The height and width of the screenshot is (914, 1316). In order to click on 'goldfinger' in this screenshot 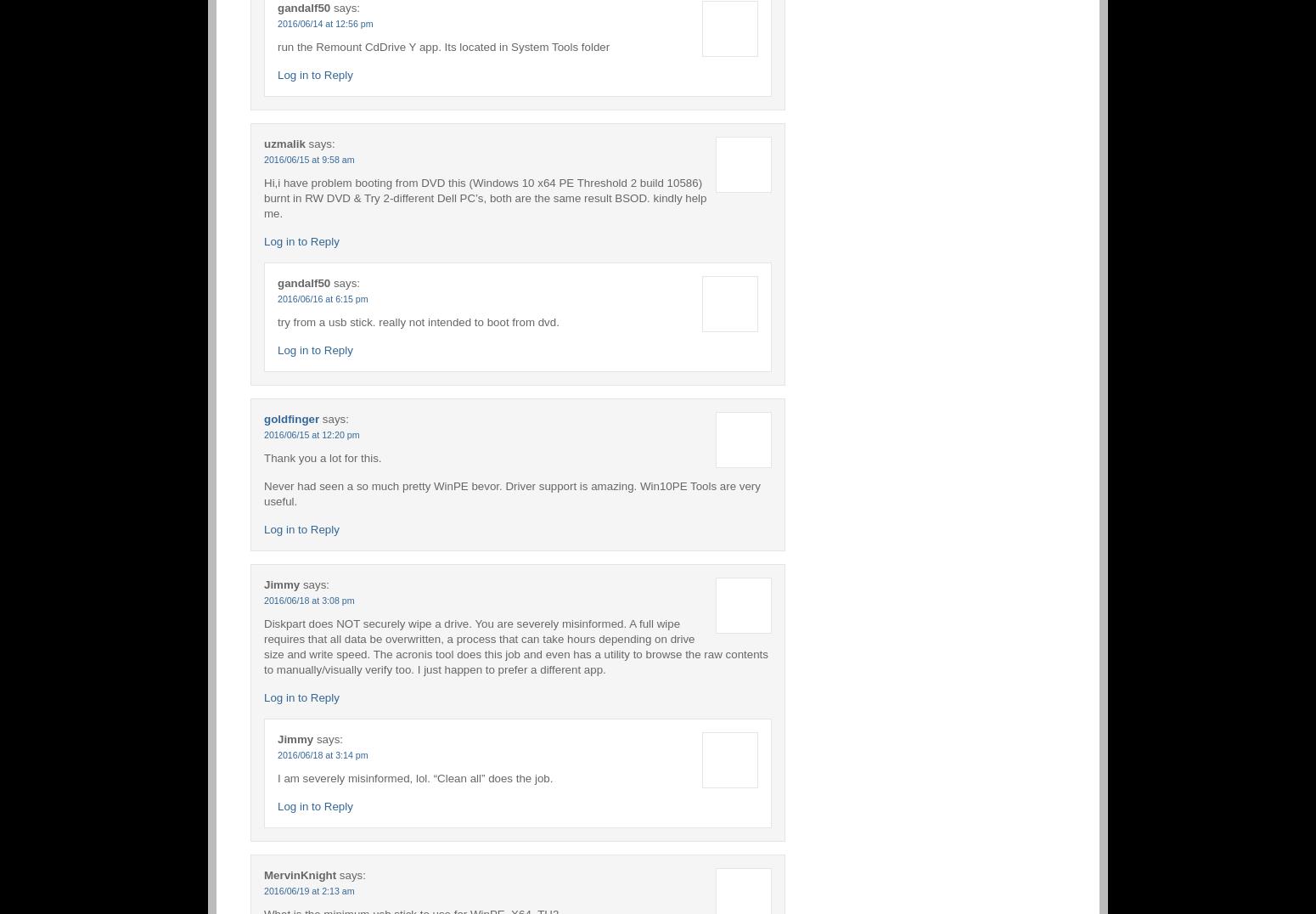, I will do `click(263, 417)`.